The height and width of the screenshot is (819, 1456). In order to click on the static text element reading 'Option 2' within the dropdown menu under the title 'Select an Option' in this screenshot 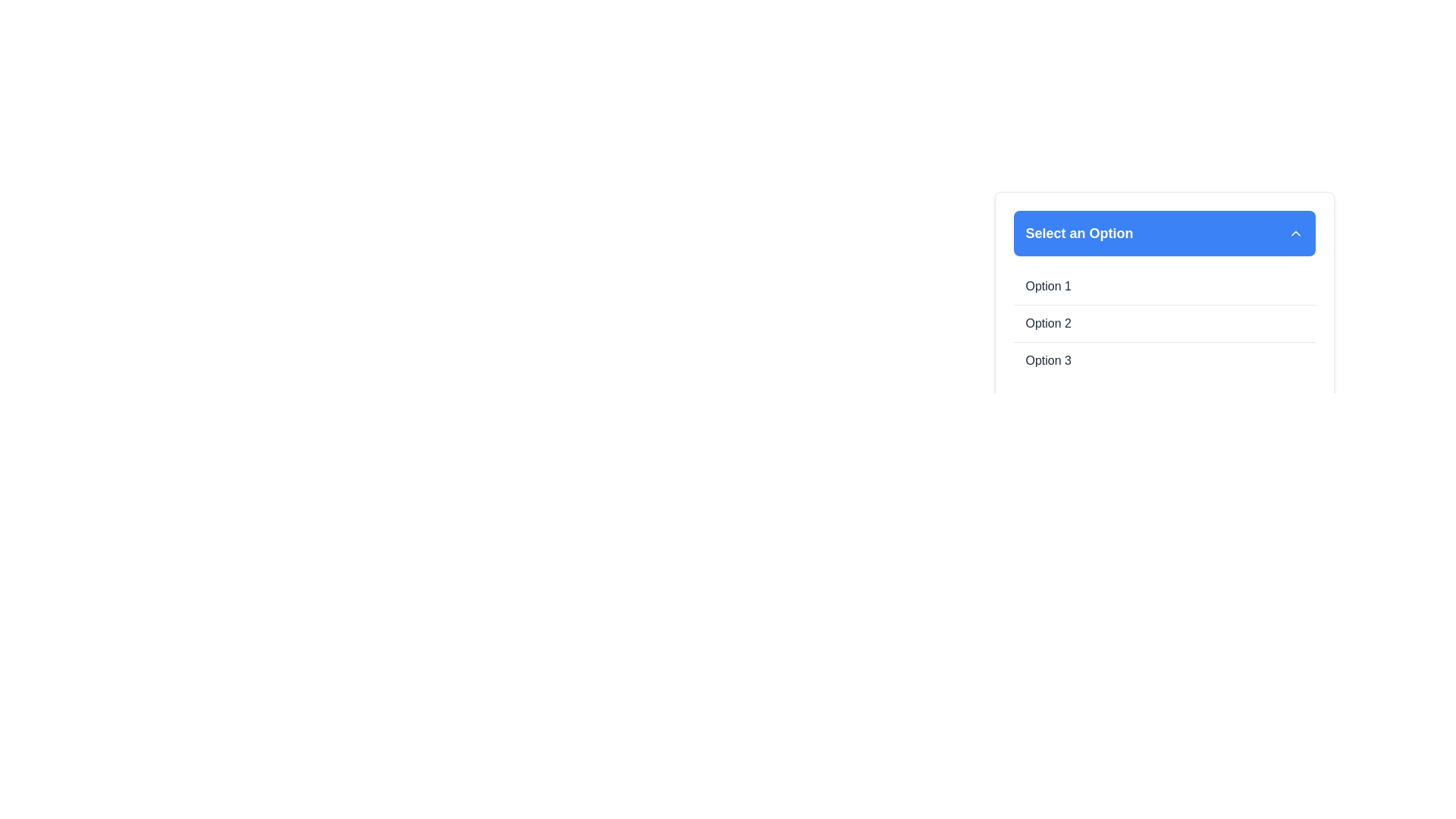, I will do `click(1047, 323)`.